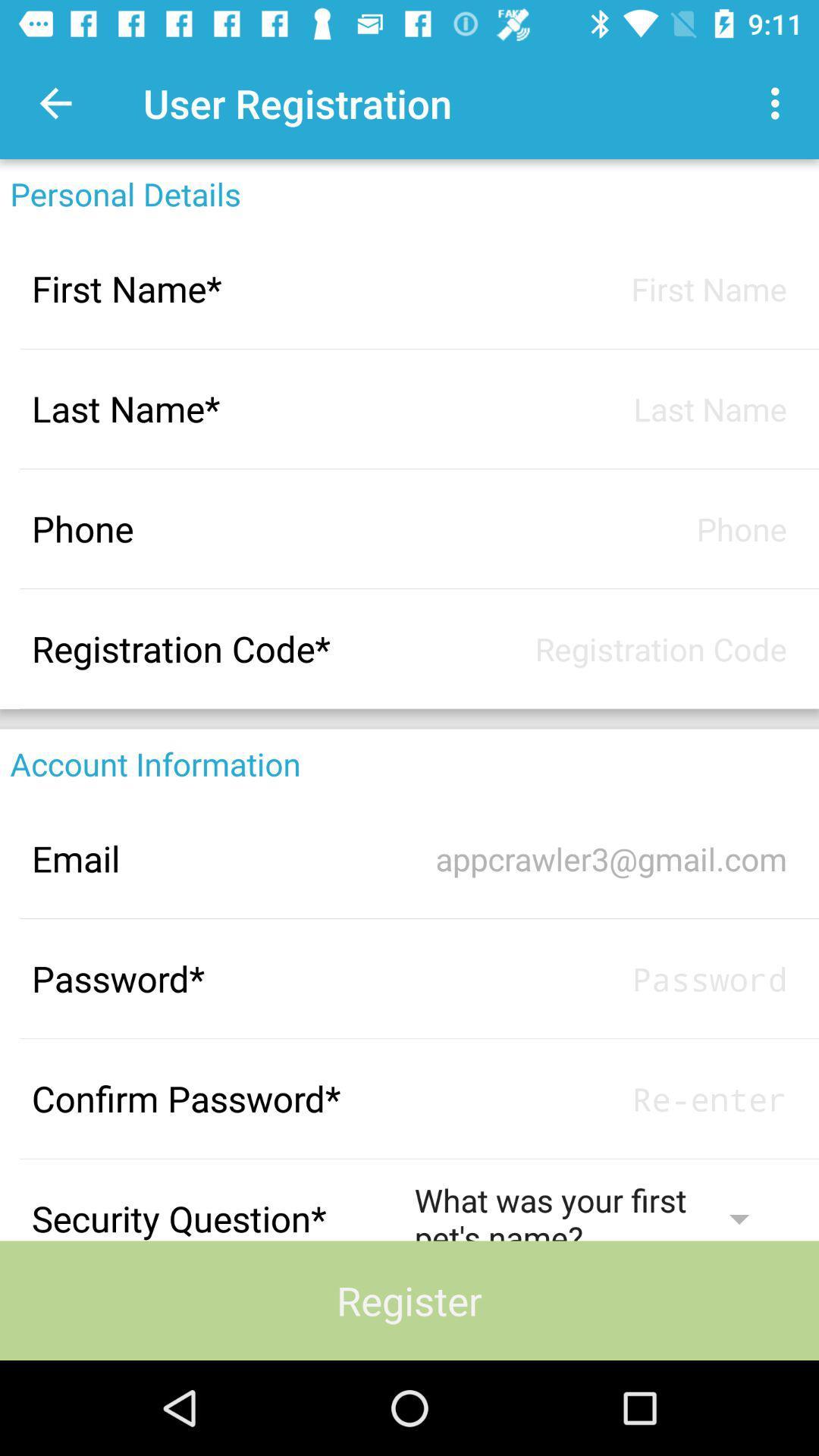  What do you see at coordinates (600, 529) in the screenshot?
I see `information` at bounding box center [600, 529].